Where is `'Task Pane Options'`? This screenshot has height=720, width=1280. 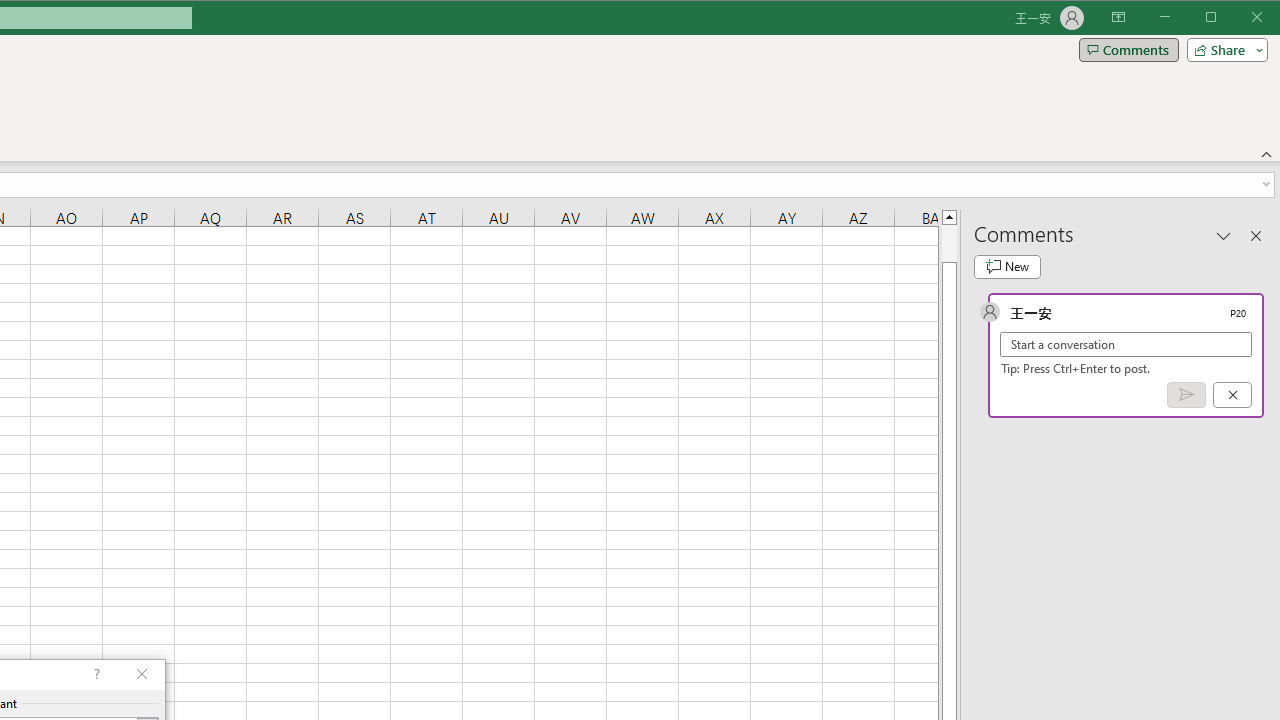 'Task Pane Options' is located at coordinates (1223, 234).